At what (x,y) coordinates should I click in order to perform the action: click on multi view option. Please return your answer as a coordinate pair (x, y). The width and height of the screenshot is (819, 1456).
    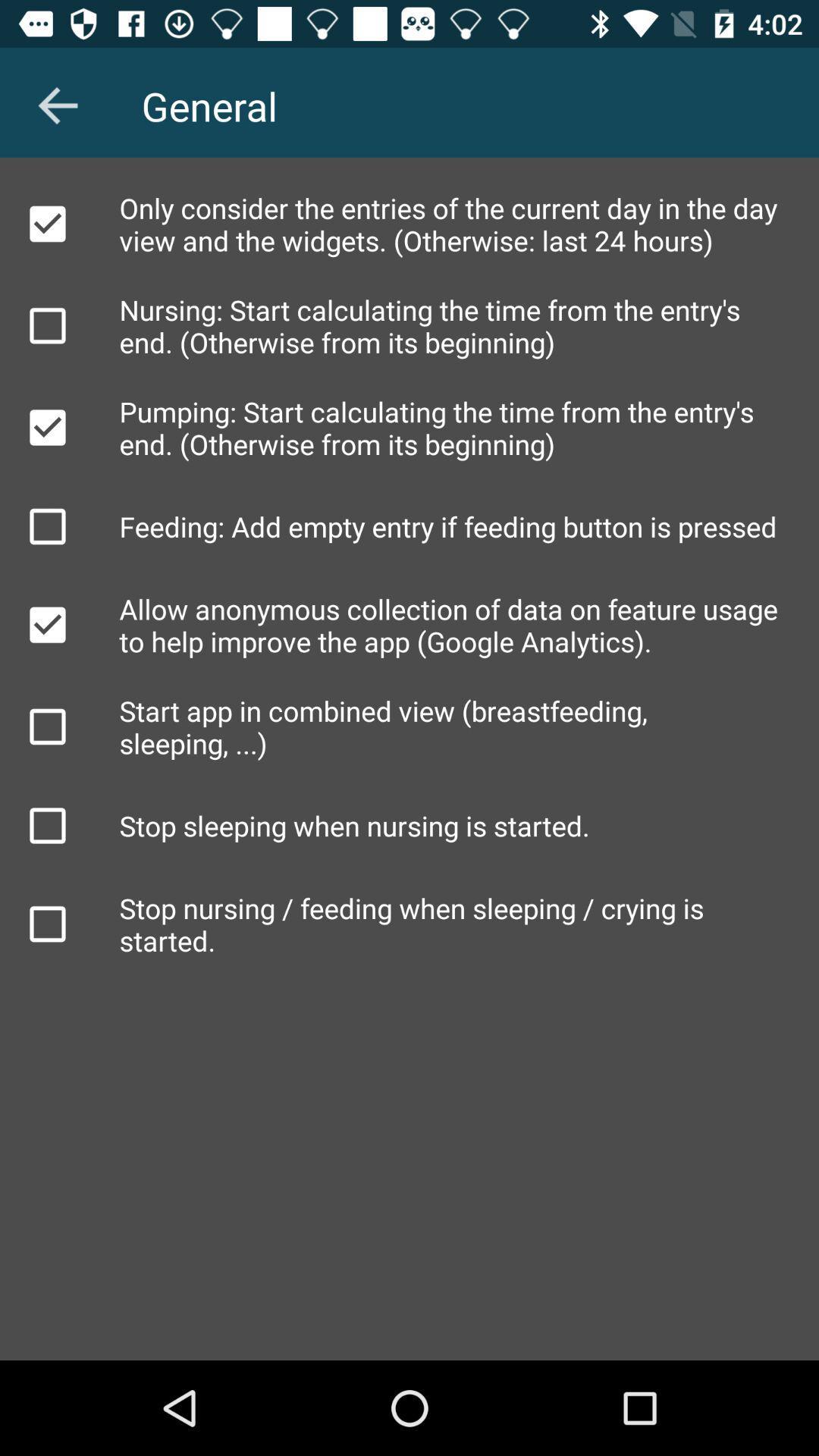
    Looking at the image, I should click on (46, 726).